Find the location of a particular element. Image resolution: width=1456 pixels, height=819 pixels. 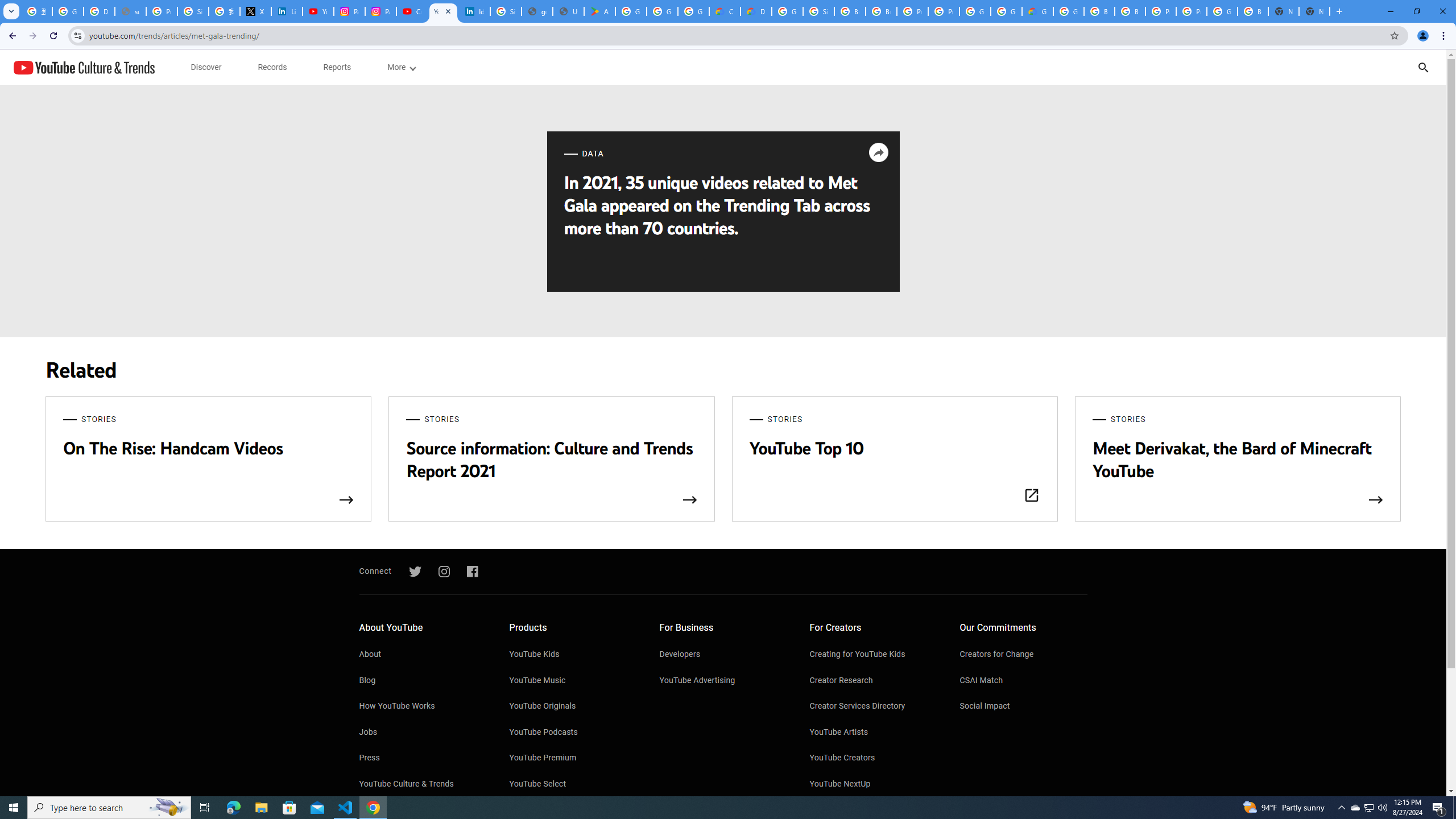

'subnav-More menupopup' is located at coordinates (401, 67).